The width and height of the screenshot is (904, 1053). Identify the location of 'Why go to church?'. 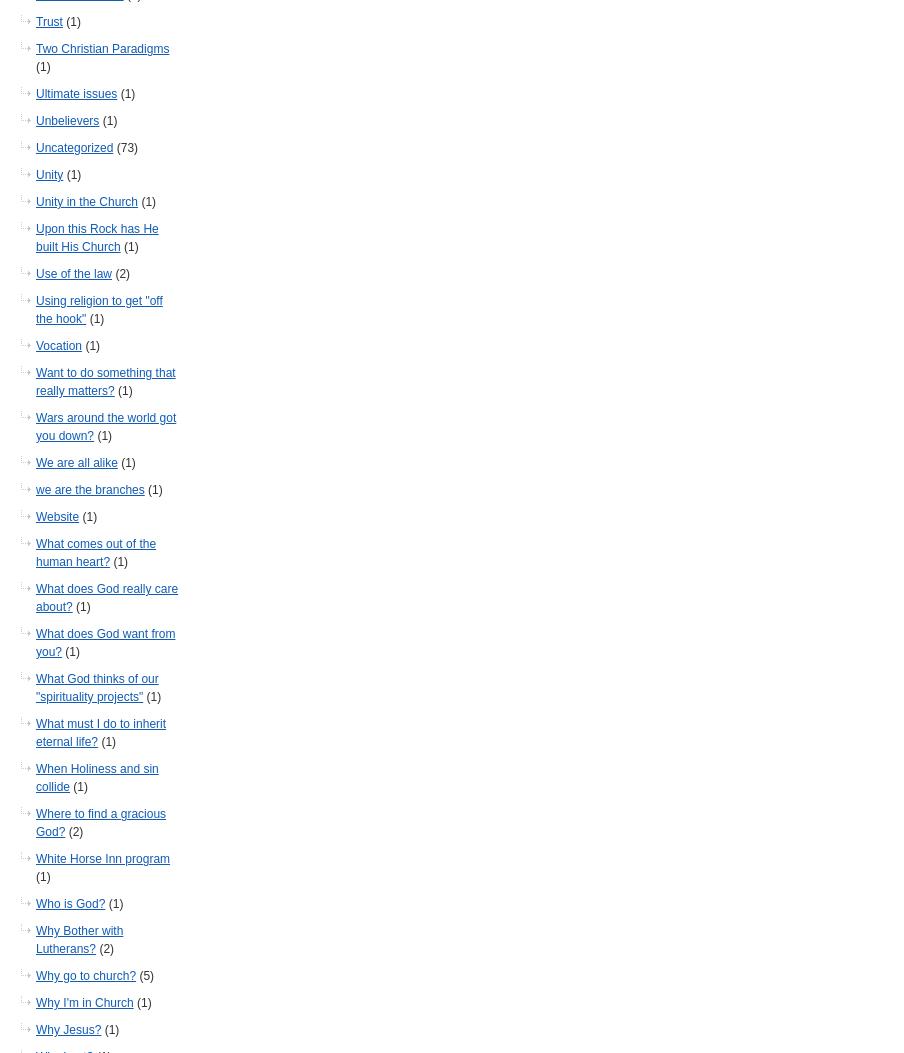
(85, 976).